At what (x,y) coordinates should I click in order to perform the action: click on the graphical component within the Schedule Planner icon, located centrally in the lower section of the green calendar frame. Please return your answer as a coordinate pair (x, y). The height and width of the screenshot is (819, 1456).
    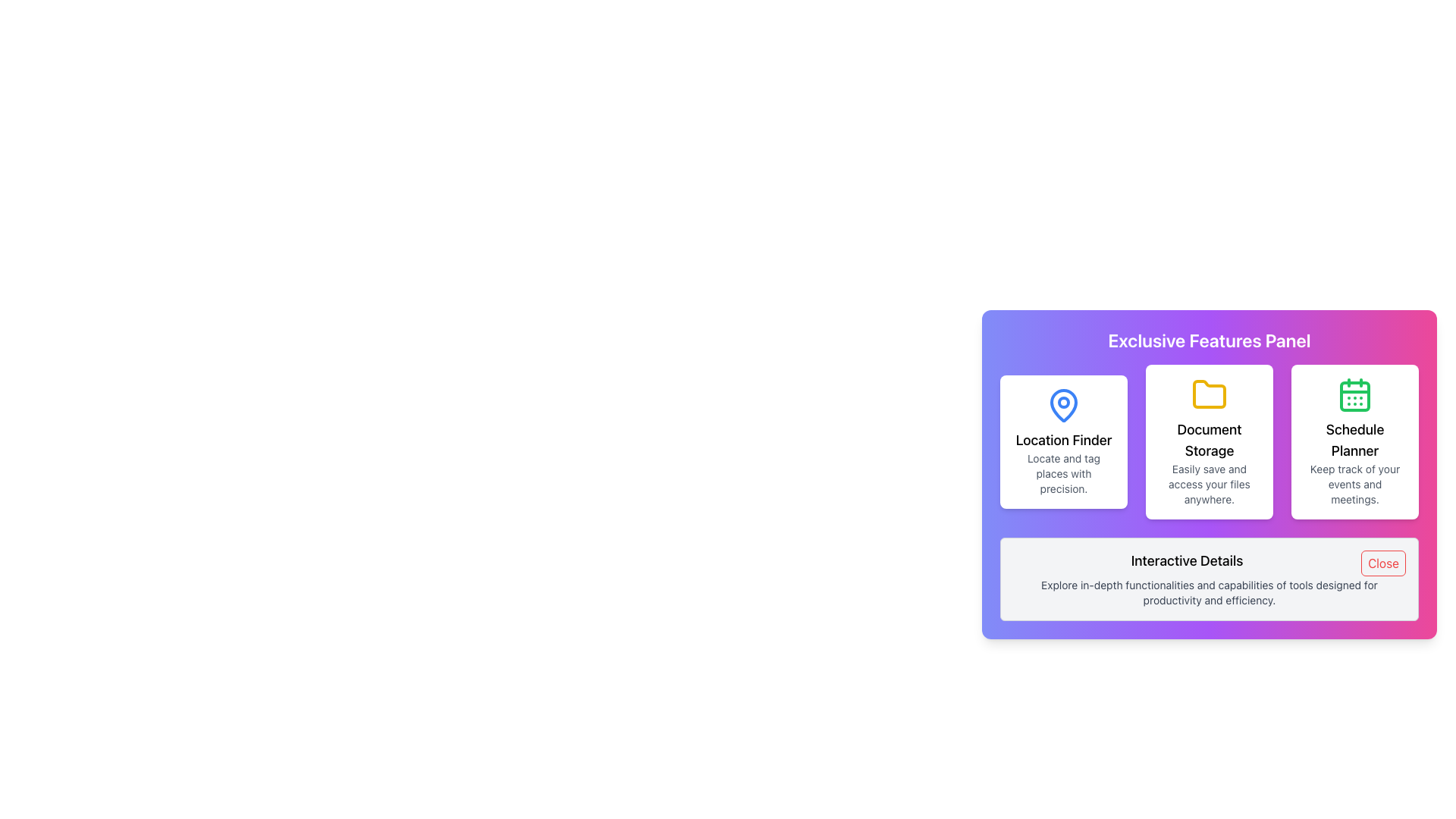
    Looking at the image, I should click on (1354, 396).